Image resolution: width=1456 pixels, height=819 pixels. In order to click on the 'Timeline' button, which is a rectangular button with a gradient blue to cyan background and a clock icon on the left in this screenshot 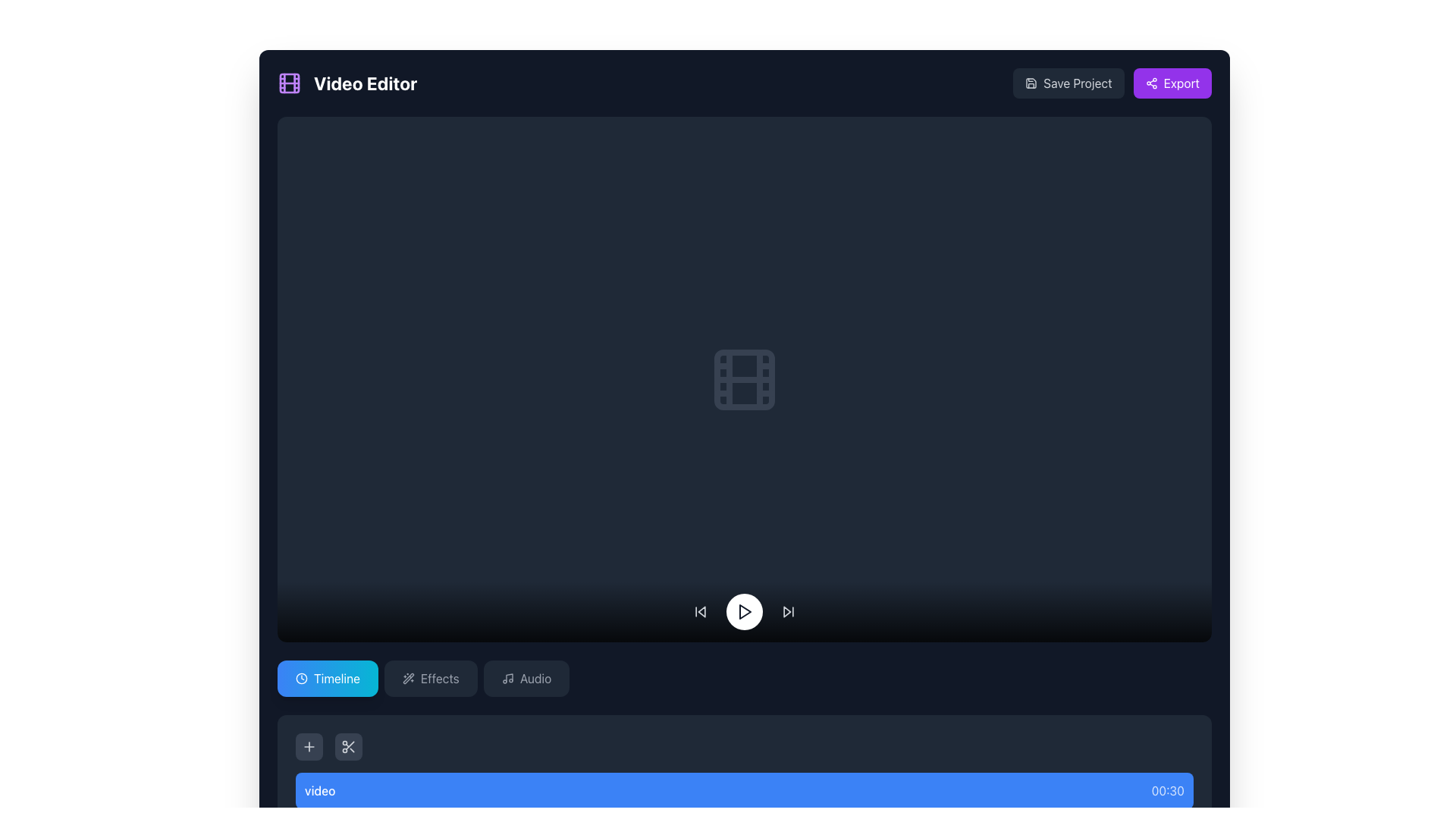, I will do `click(327, 677)`.